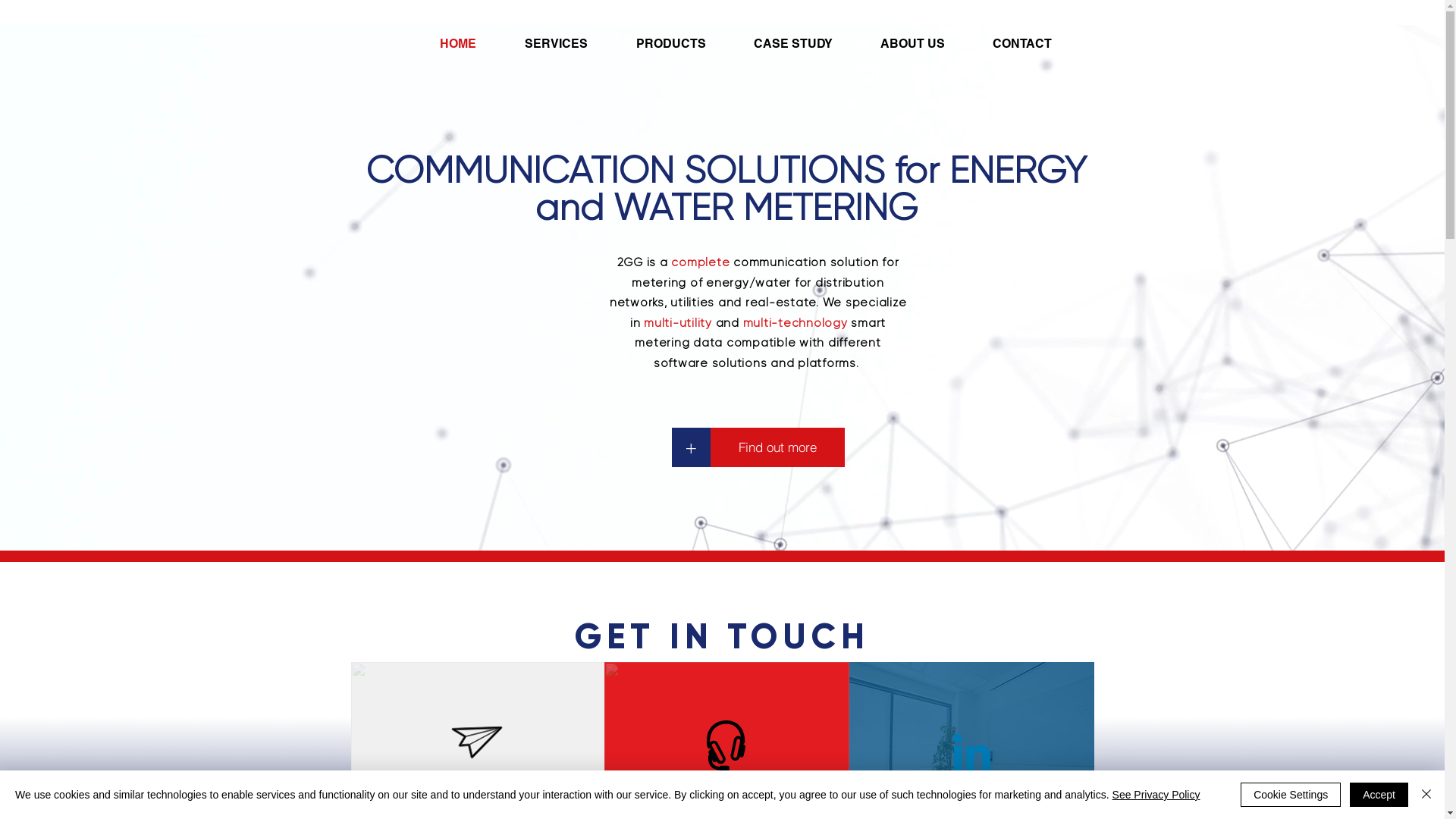 The width and height of the screenshot is (1456, 819). I want to click on '+', so click(691, 447).